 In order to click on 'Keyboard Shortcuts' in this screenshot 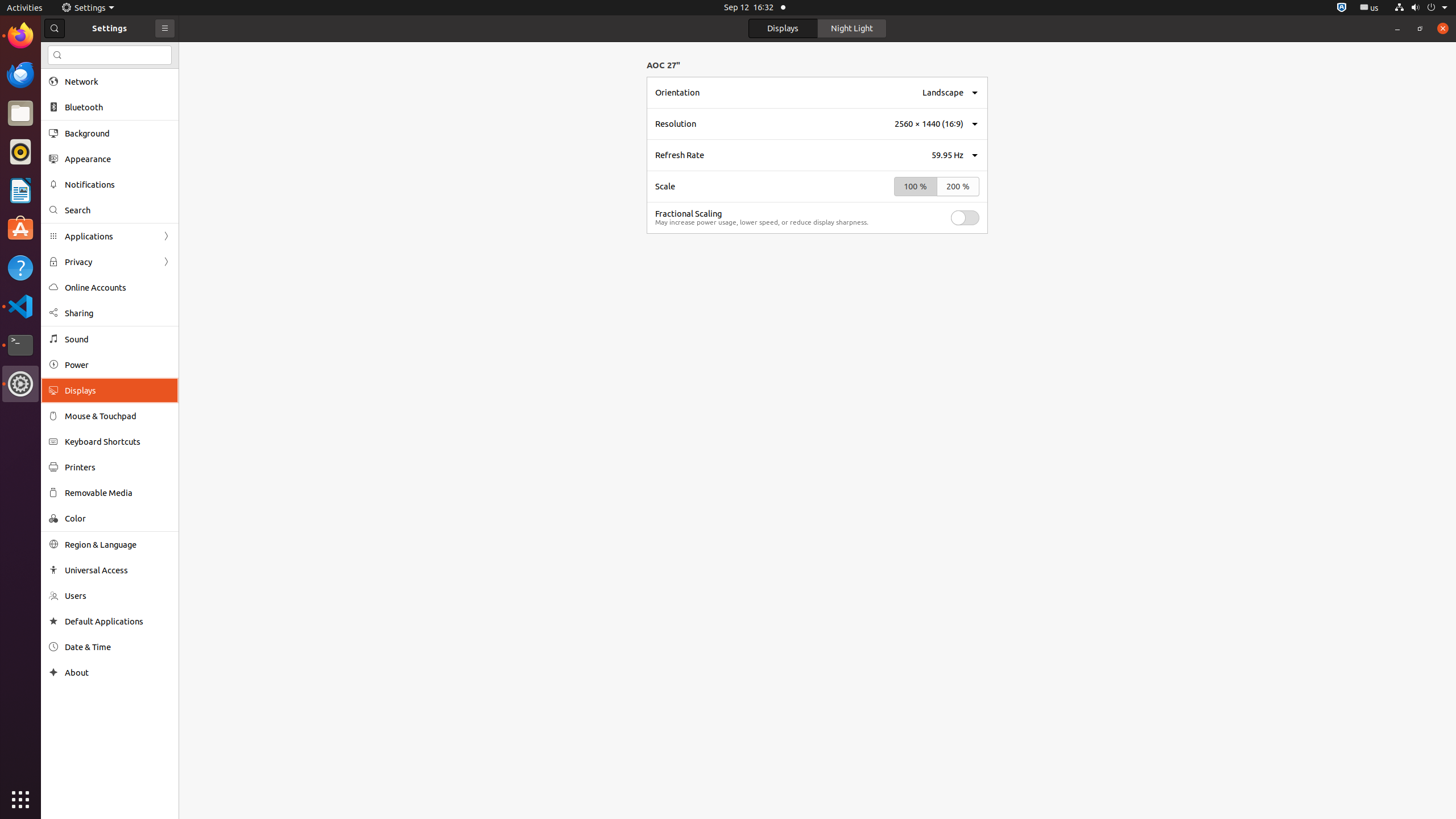, I will do `click(118, 441)`.